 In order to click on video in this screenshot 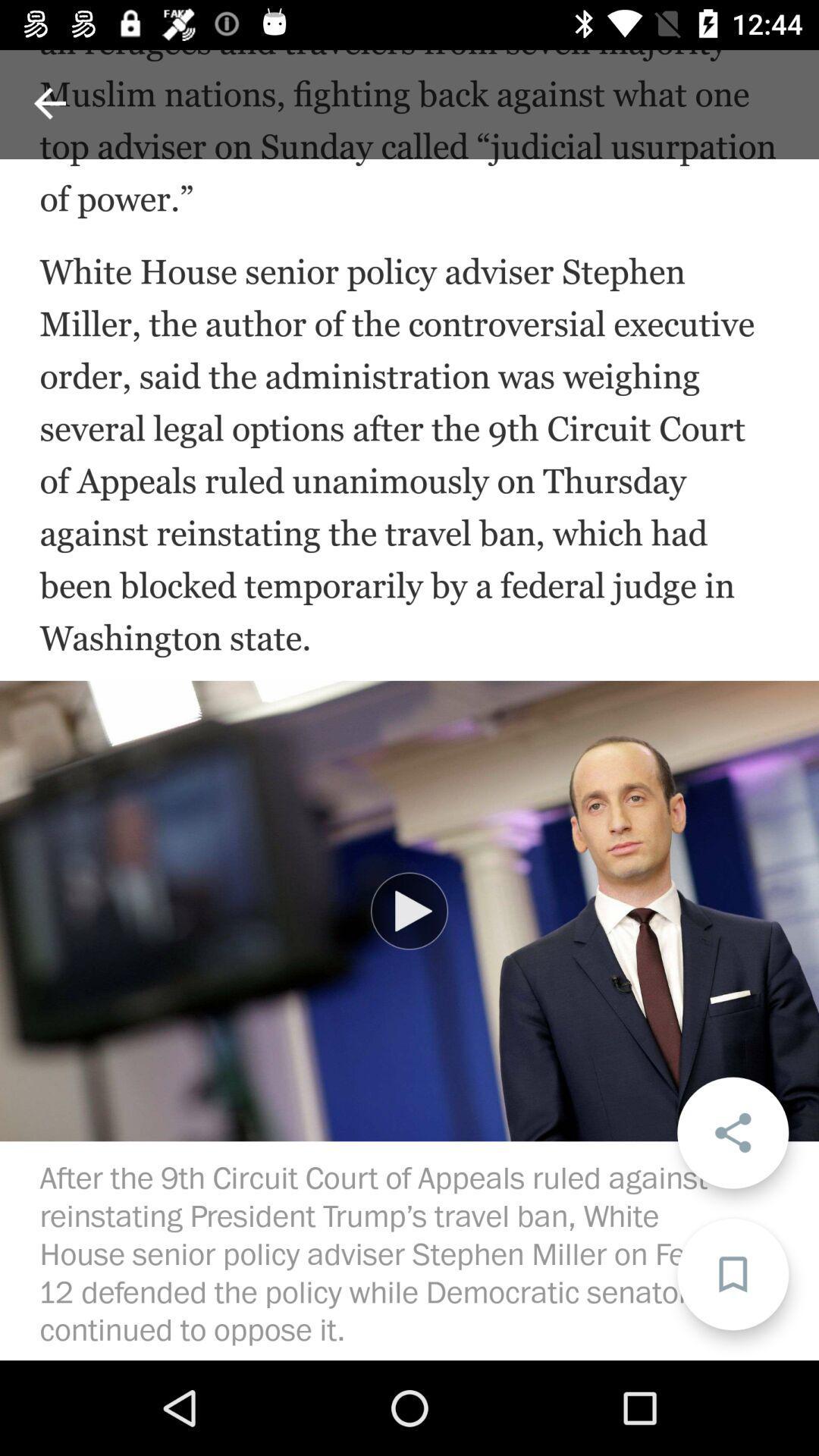, I will do `click(409, 910)`.